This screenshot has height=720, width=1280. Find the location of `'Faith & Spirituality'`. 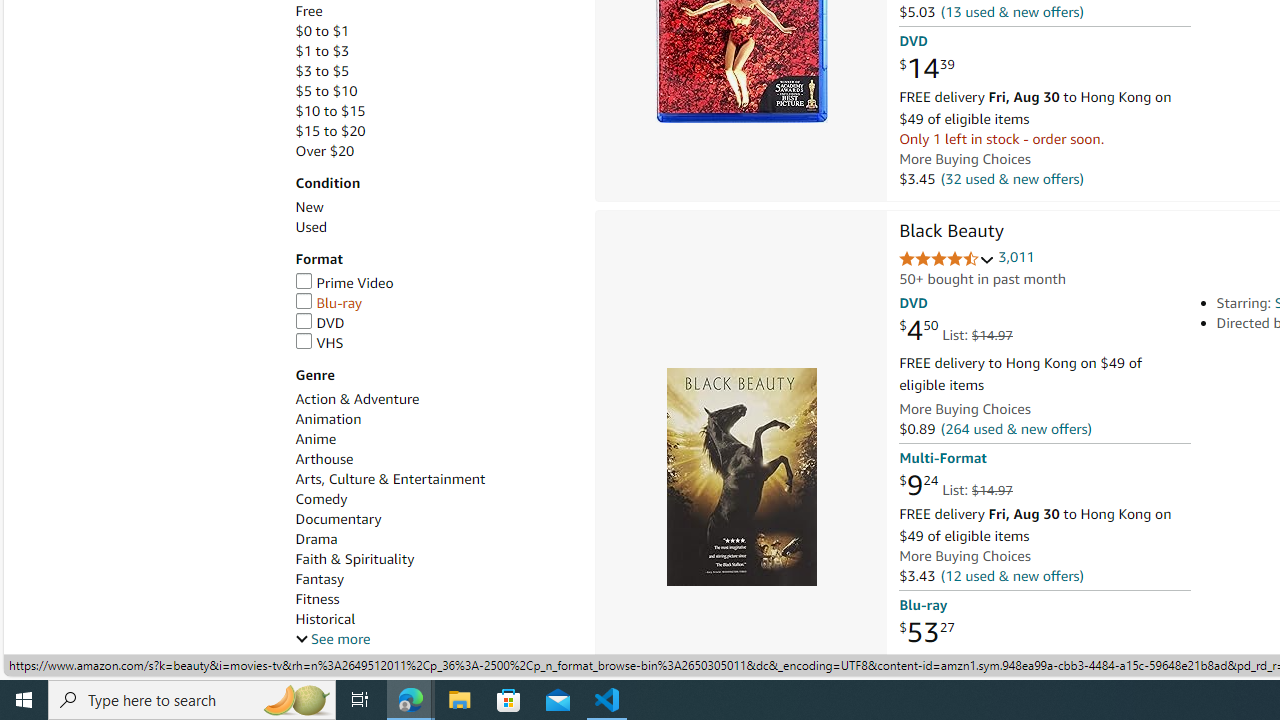

'Faith & Spirituality' is located at coordinates (354, 559).